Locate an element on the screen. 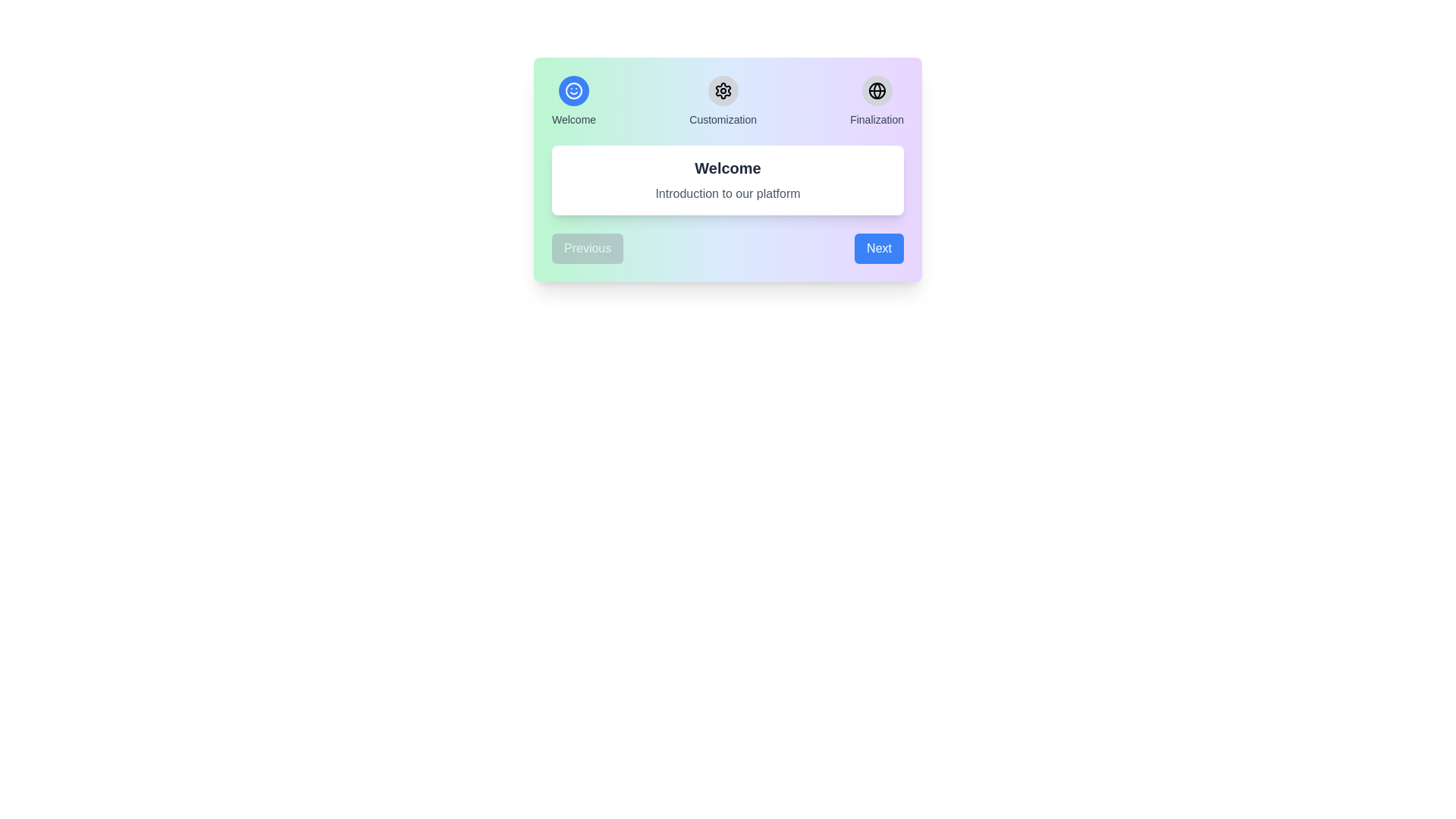 The height and width of the screenshot is (819, 1456). the 'Next' button to proceed to the next step in the wizard is located at coordinates (879, 247).